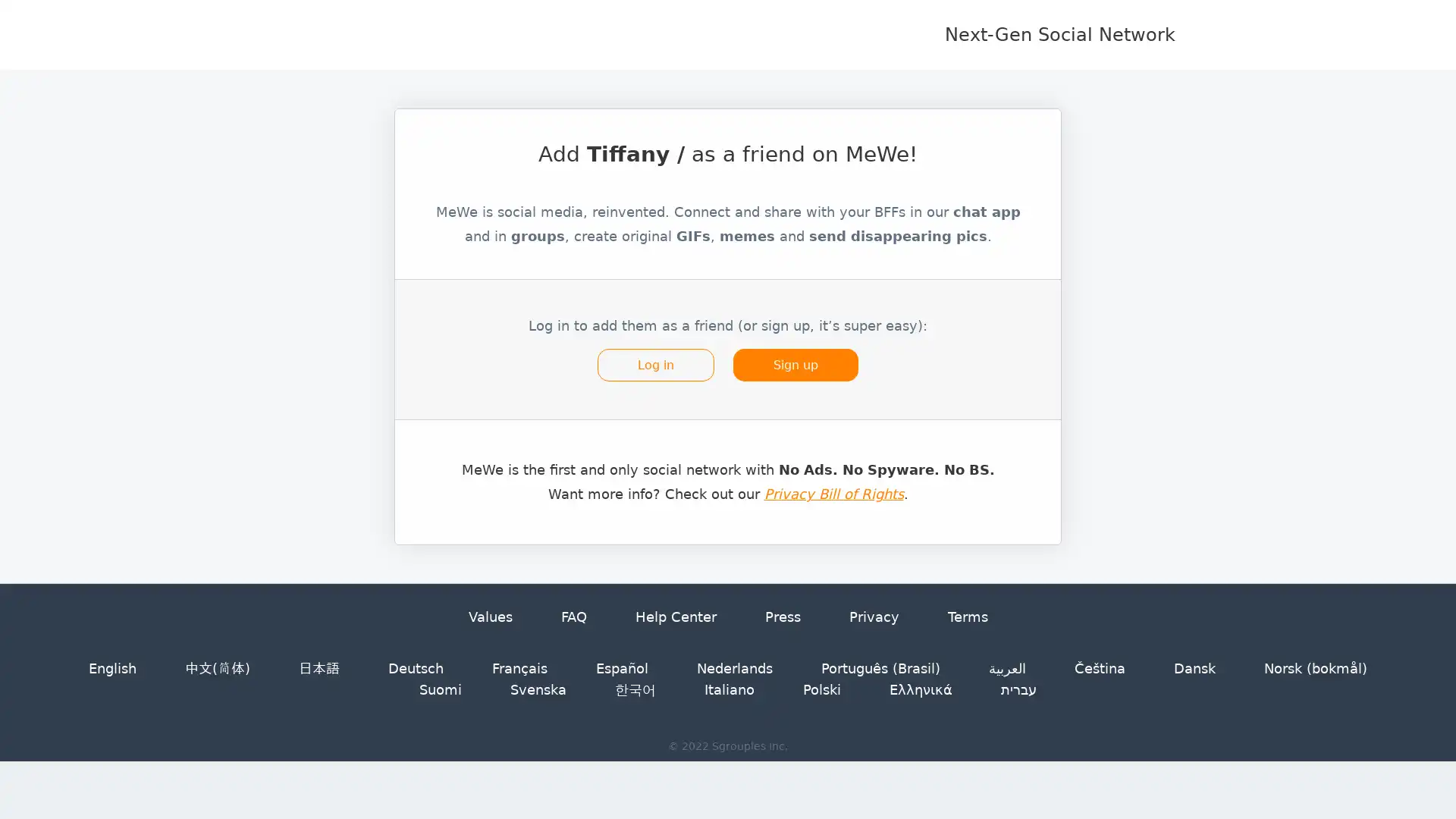  Describe the element at coordinates (792, 375) in the screenshot. I see `Sign up` at that location.